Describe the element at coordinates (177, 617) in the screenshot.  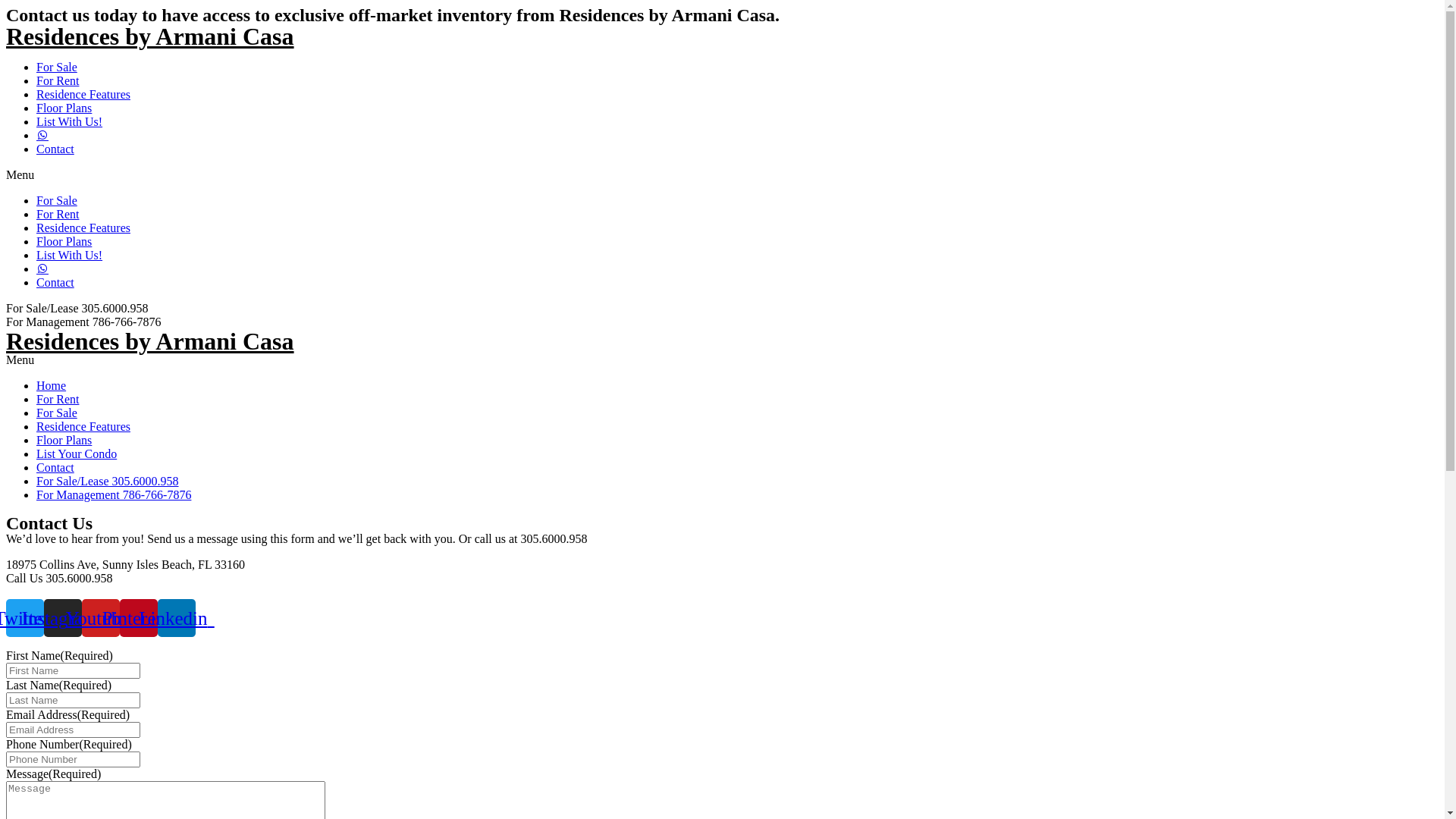
I see `'Linkedin'` at that location.